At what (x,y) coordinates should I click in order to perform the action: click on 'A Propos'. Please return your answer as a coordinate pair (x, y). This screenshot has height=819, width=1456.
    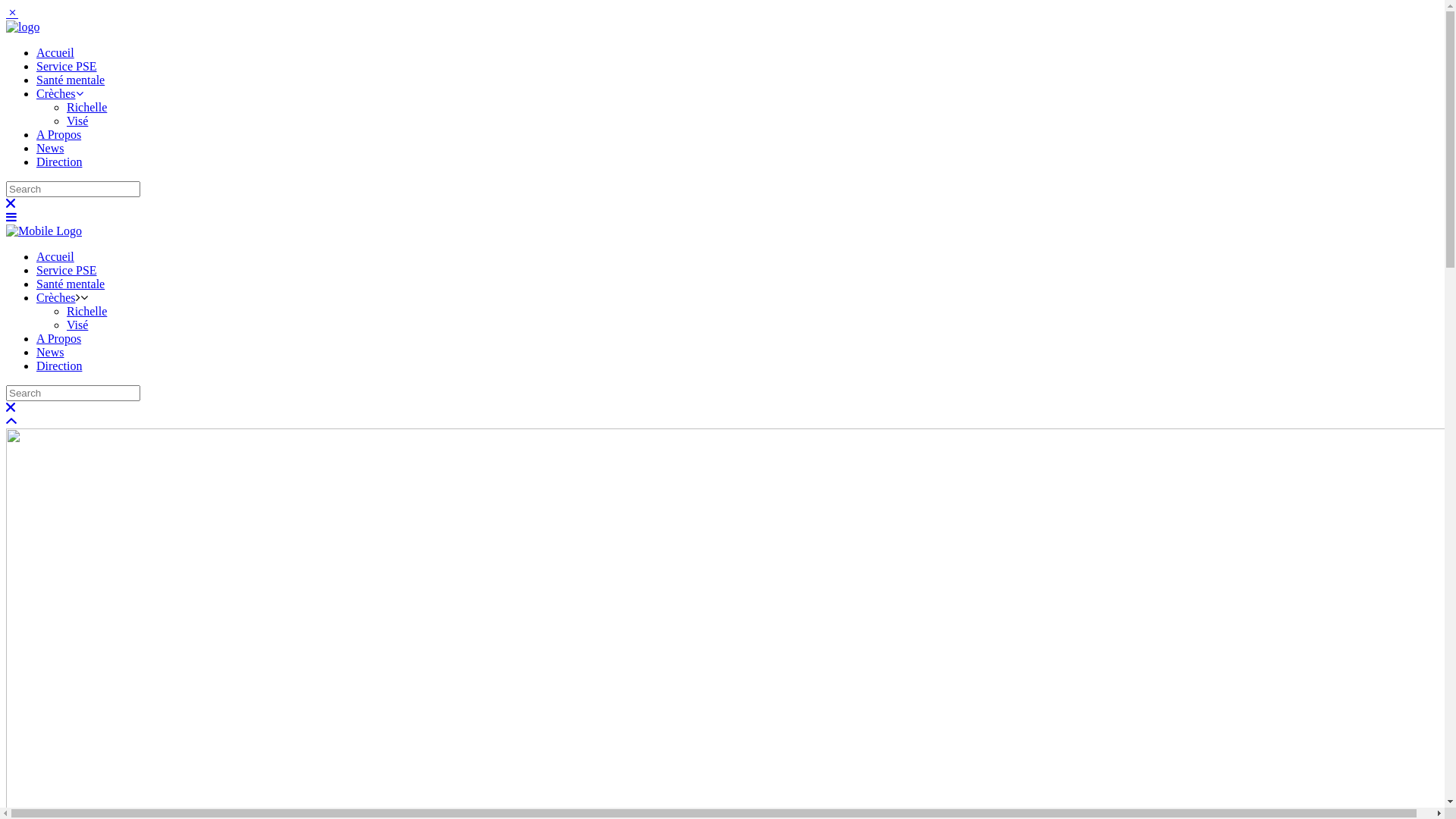
    Looking at the image, I should click on (36, 337).